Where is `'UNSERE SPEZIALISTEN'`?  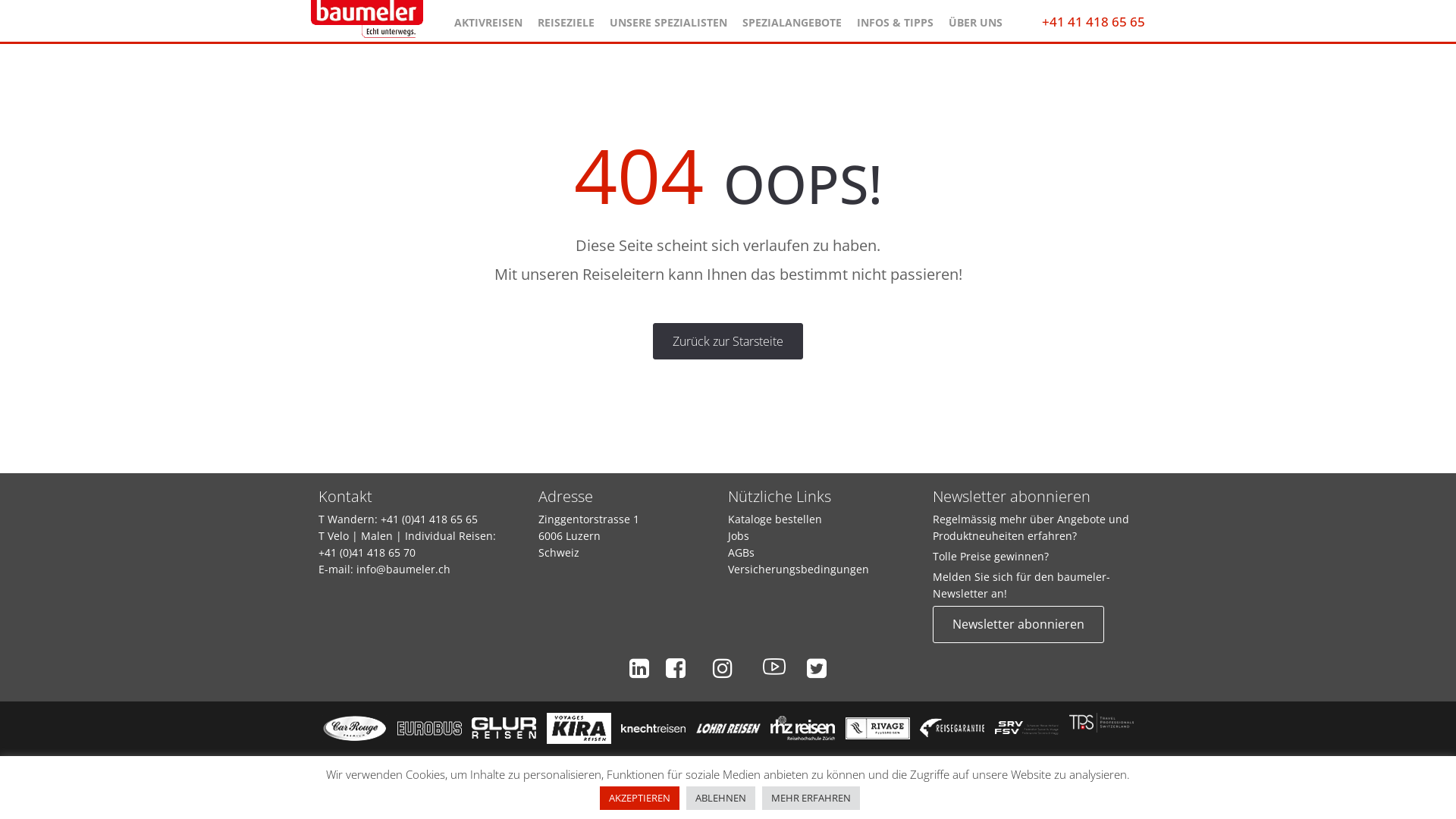
'UNSERE SPEZIALISTEN' is located at coordinates (667, 18).